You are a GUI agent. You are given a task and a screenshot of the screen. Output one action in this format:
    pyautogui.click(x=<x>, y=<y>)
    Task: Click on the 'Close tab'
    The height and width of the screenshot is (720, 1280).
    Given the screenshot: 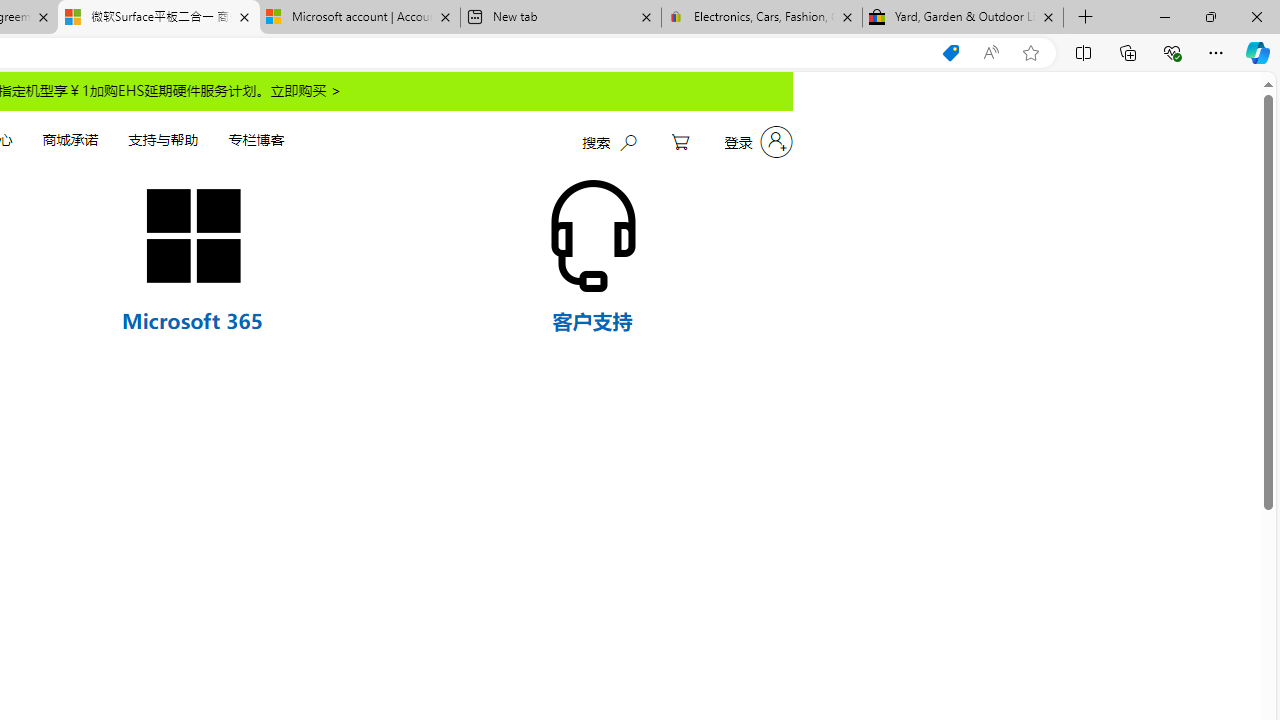 What is the action you would take?
    pyautogui.click(x=1047, y=17)
    